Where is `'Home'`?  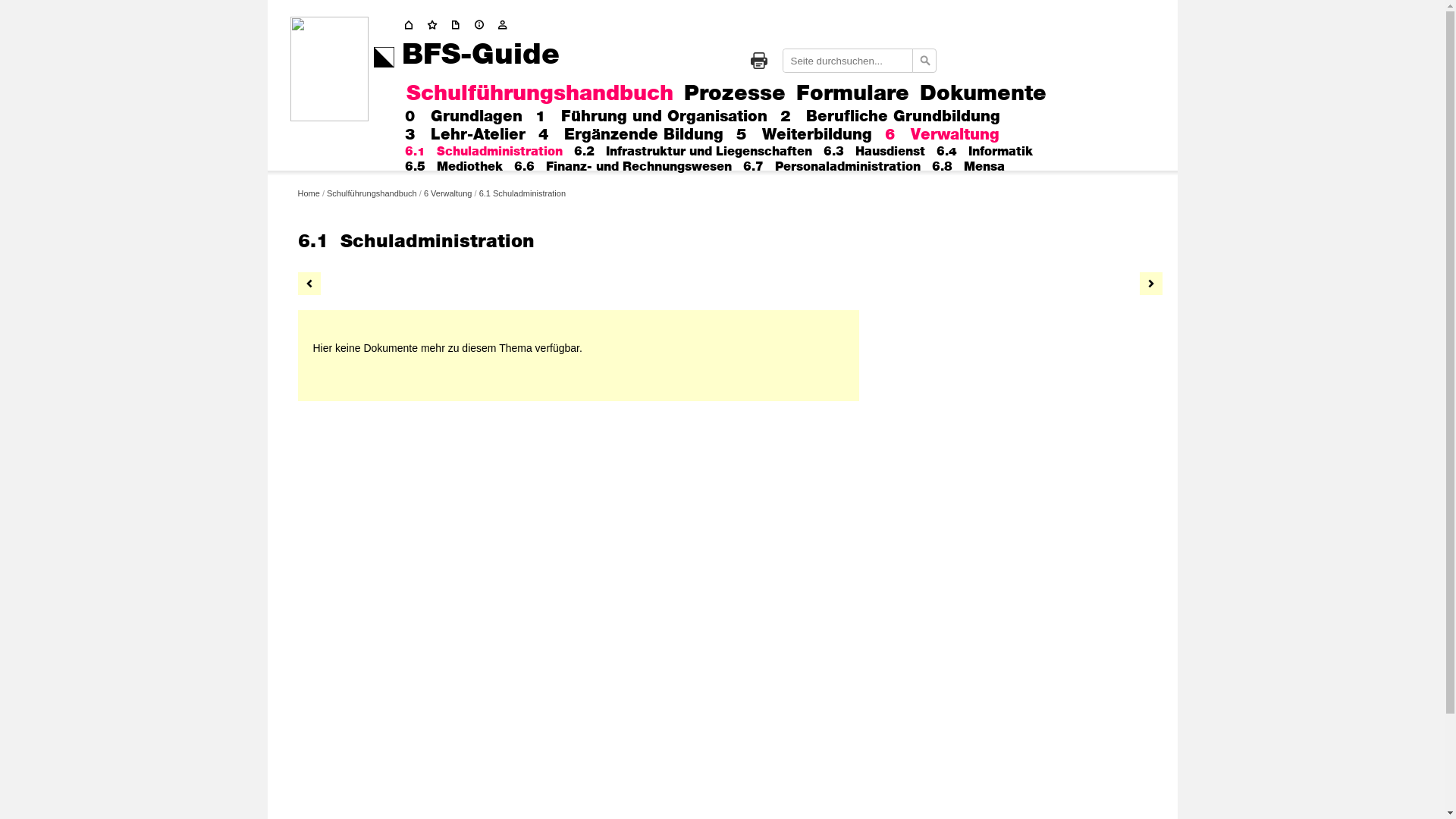
'Home' is located at coordinates (307, 192).